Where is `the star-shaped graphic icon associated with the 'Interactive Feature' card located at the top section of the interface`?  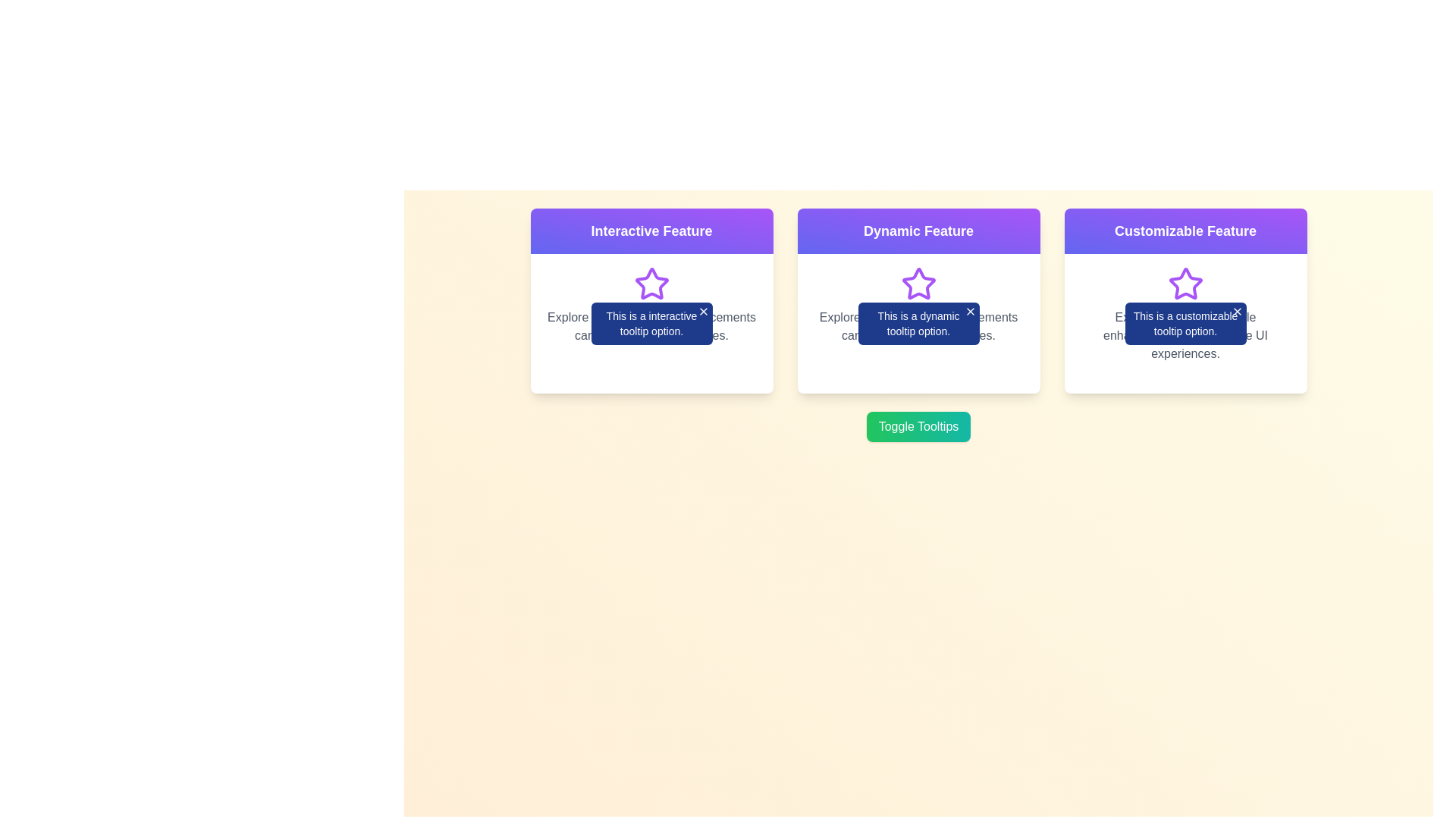
the star-shaped graphic icon associated with the 'Interactive Feature' card located at the top section of the interface is located at coordinates (651, 284).